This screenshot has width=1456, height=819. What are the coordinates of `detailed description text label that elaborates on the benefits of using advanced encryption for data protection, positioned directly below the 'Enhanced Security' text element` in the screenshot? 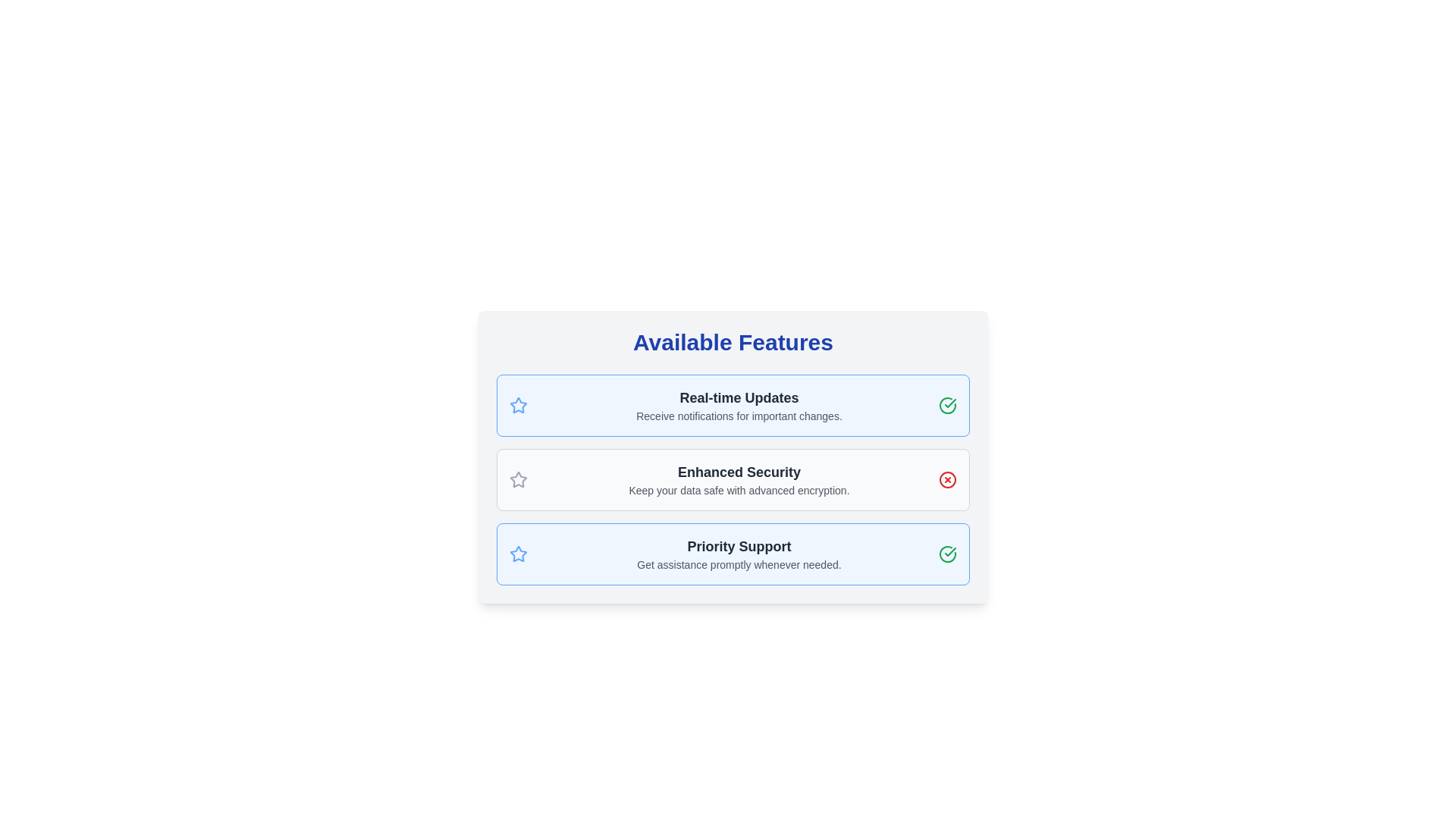 It's located at (739, 491).